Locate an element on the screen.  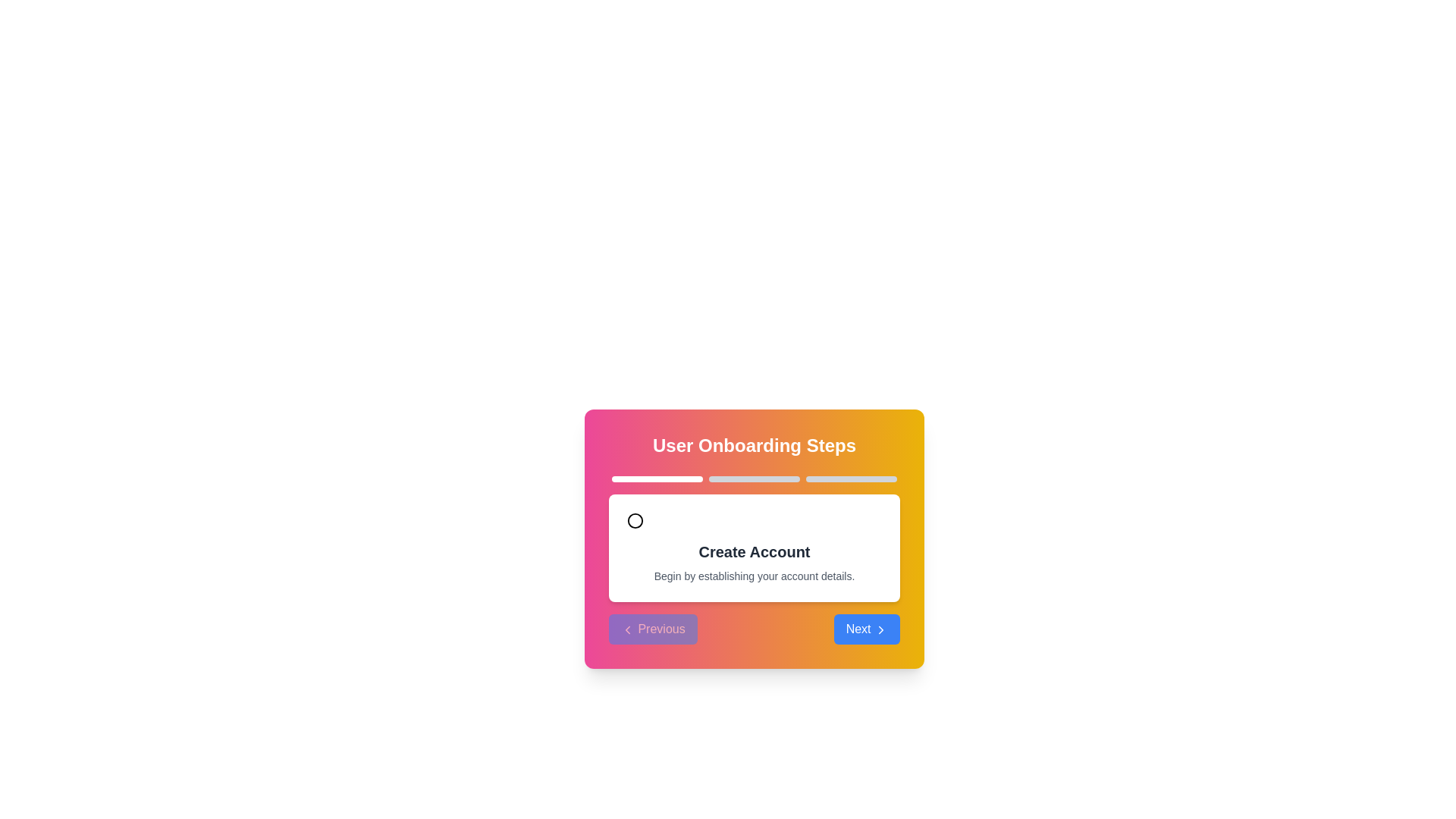
the third progress indicator bar, which is a thin rectangular bar with rounded ends, colored light gray, located near the top-right of the modal dialog under the 'User Onboarding Steps' heading is located at coordinates (852, 479).